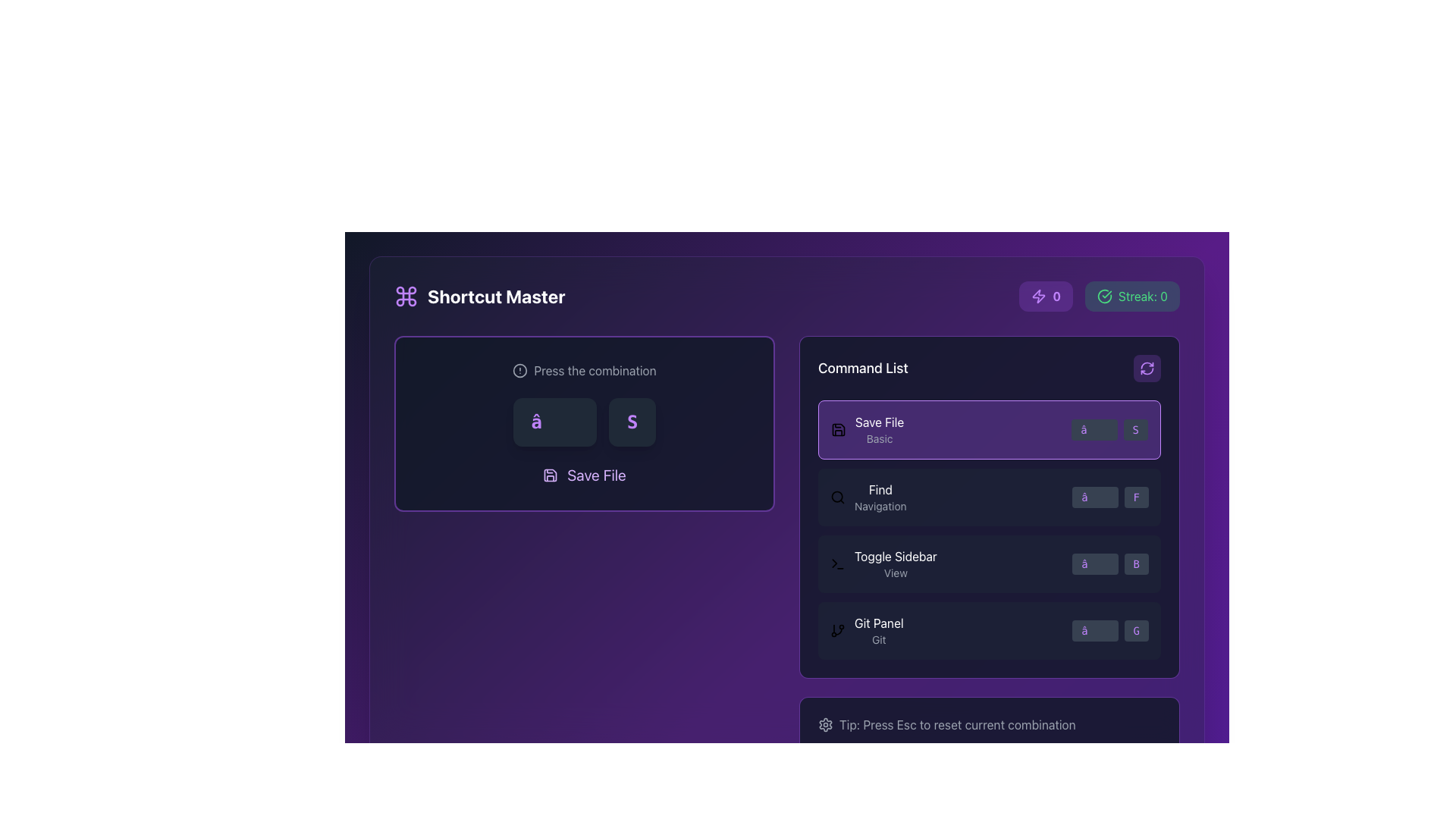 The image size is (1456, 819). Describe the element at coordinates (896, 573) in the screenshot. I see `the descriptive text label located in the 'Command List' section, which provides additional context about the 'Toggle Sidebar' option` at that location.